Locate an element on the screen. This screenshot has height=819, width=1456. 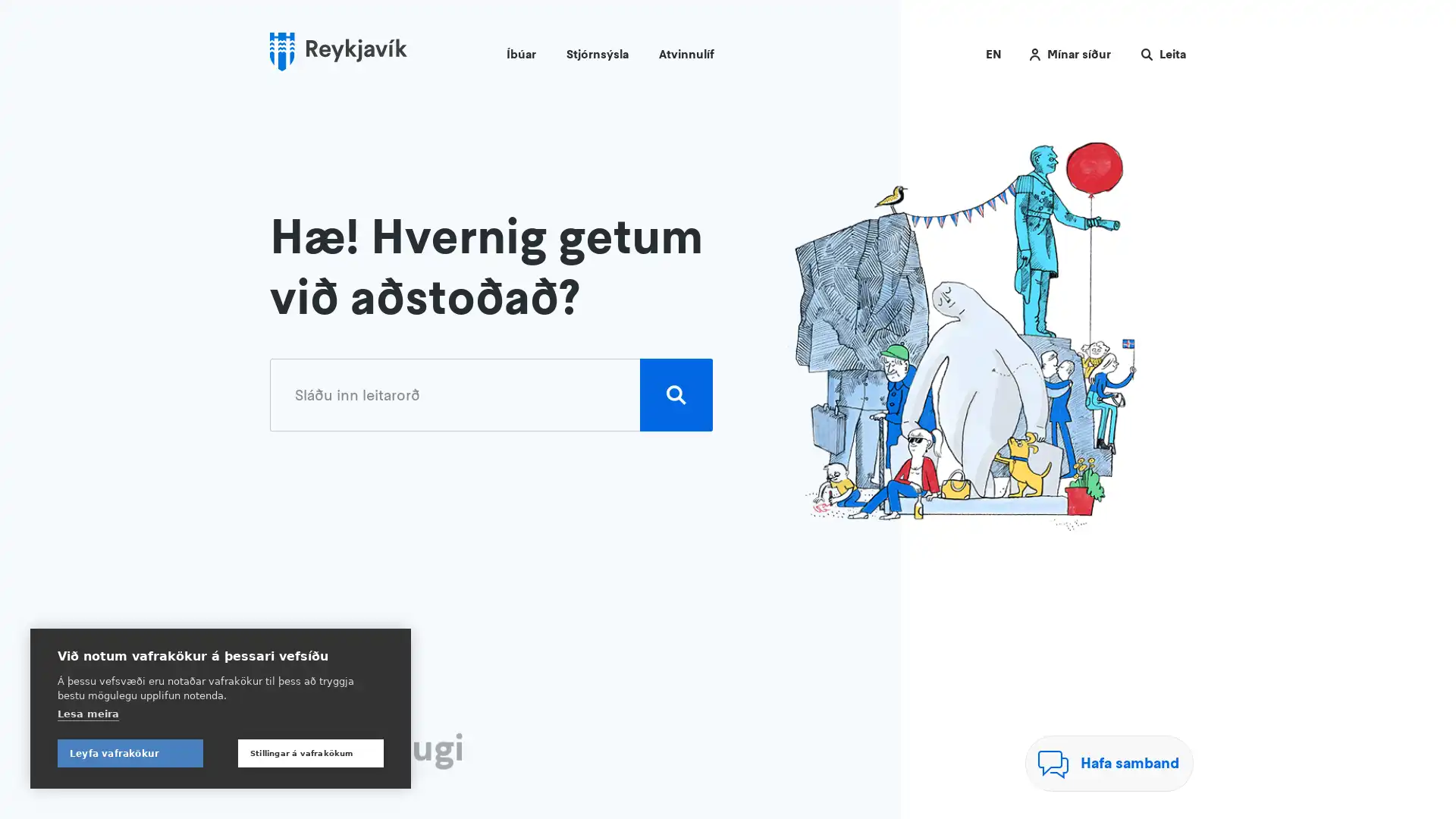
Atvinnulif is located at coordinates (686, 51).